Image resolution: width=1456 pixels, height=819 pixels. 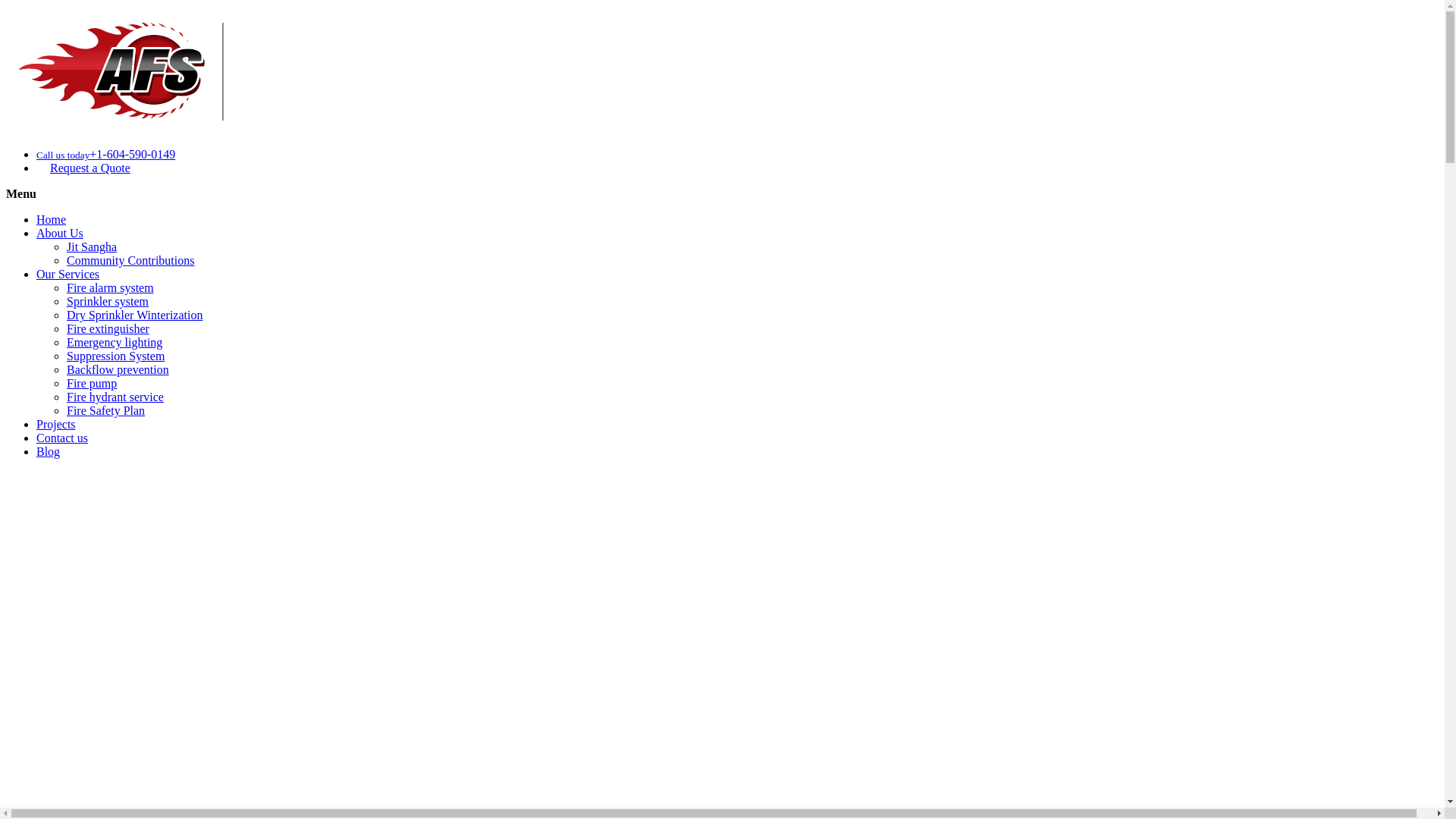 What do you see at coordinates (113, 342) in the screenshot?
I see `'Emergency lighting'` at bounding box center [113, 342].